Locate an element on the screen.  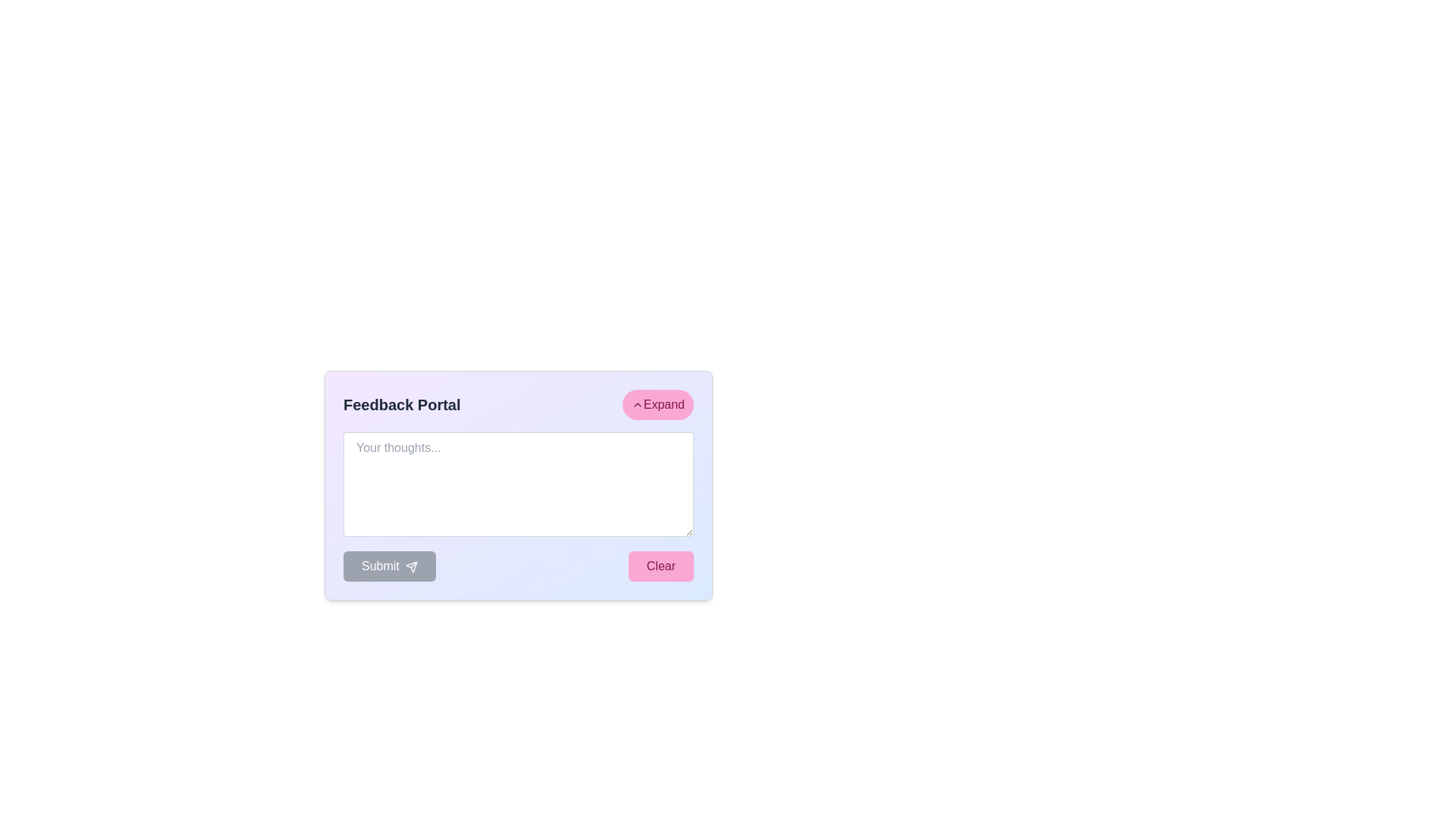
the 'Submit' button by clicking on the graphical icon that signifies sending or submitting the content is located at coordinates (412, 566).